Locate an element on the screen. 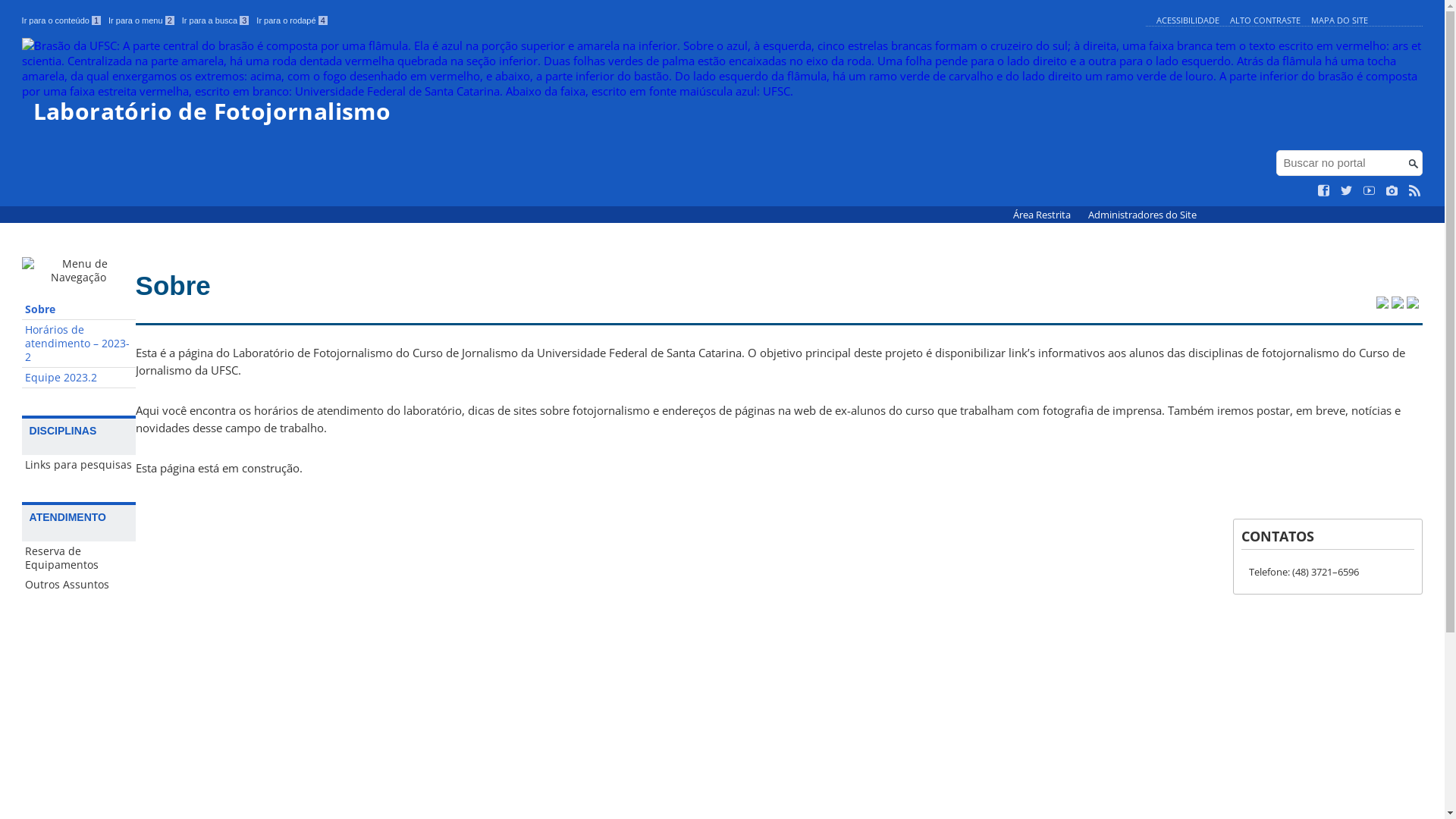  'Ir para a busca 3' is located at coordinates (215, 20).